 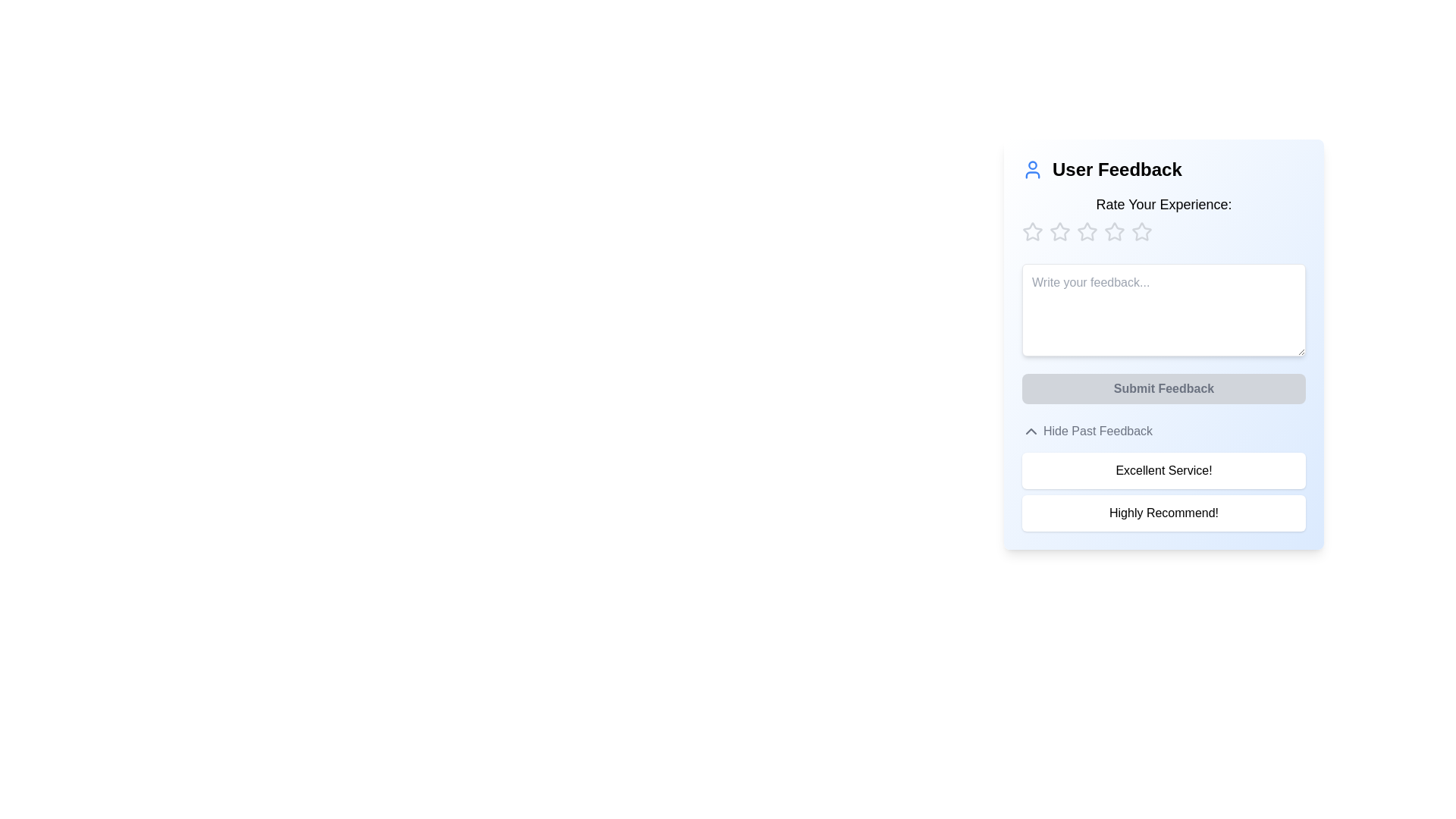 I want to click on the chevron arrow icon next to 'Hide Past Feedback' in the 'User Feedback' panel, so click(x=1031, y=431).